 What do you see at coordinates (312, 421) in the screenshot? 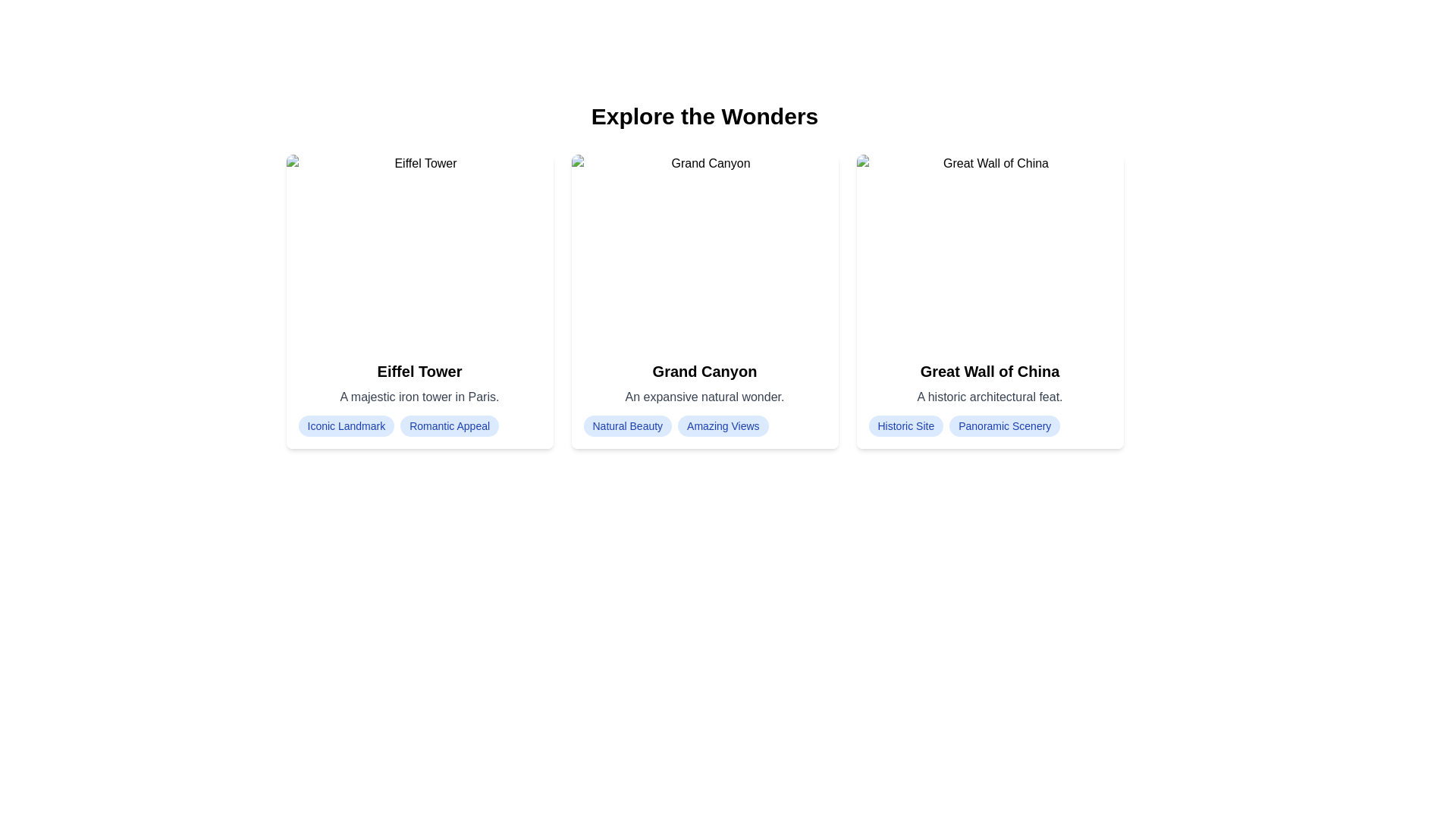
I see `the heart icon located in the lower-left corner of the Eiffel Tower card under the 'Explore the Wonders' section` at bounding box center [312, 421].